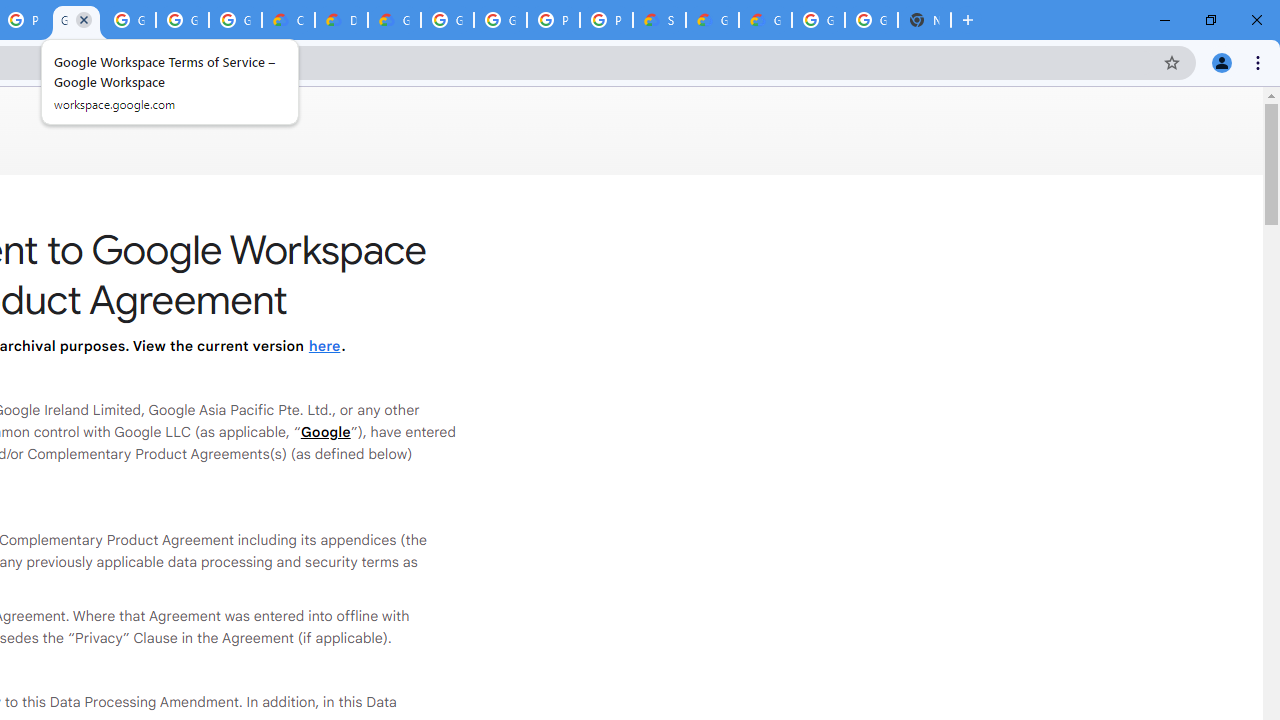 Image resolution: width=1280 pixels, height=720 pixels. I want to click on 'Google Cloud Service Health', so click(712, 20).